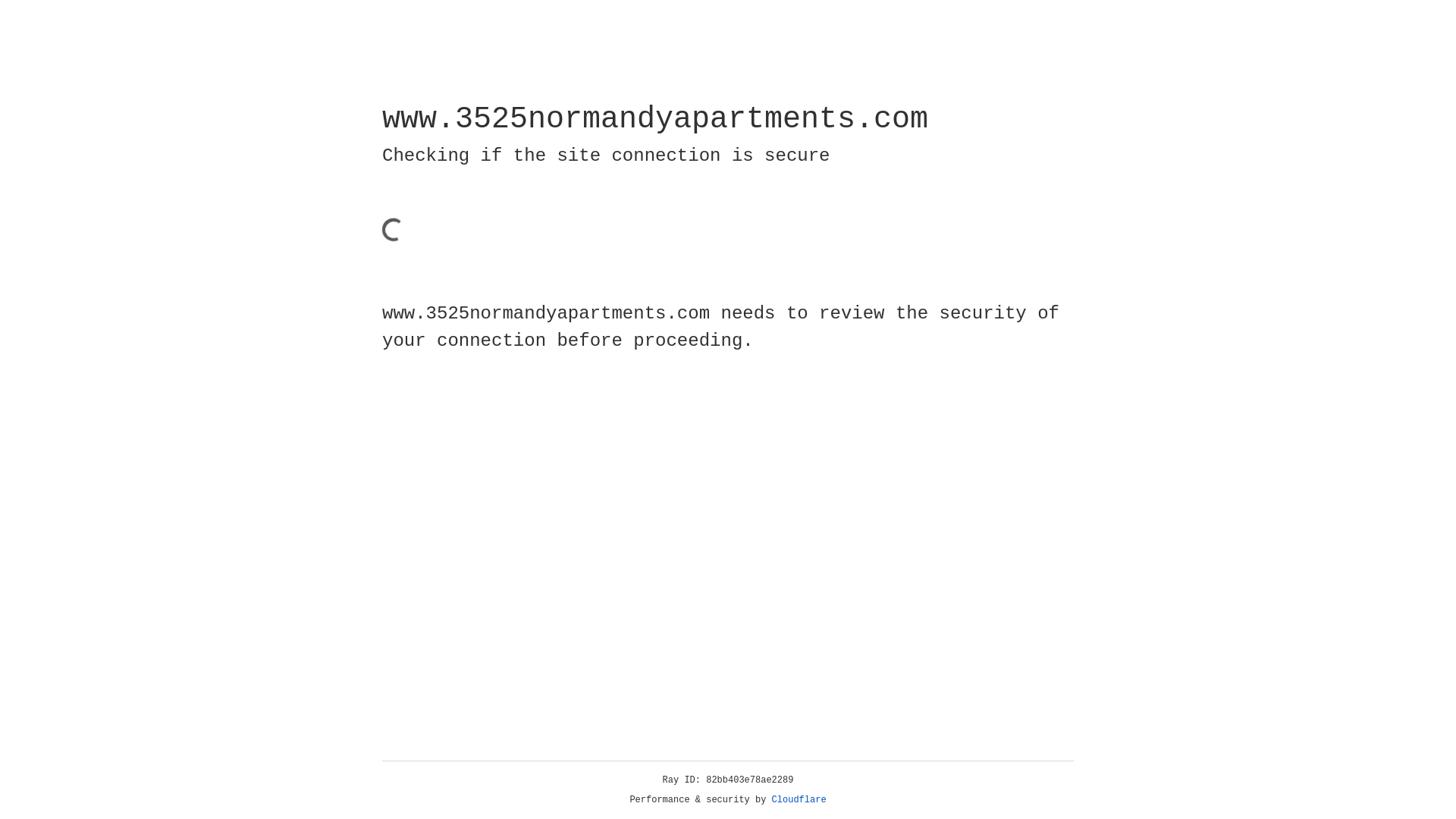  What do you see at coordinates (799, 799) in the screenshot?
I see `'Cloudflare'` at bounding box center [799, 799].